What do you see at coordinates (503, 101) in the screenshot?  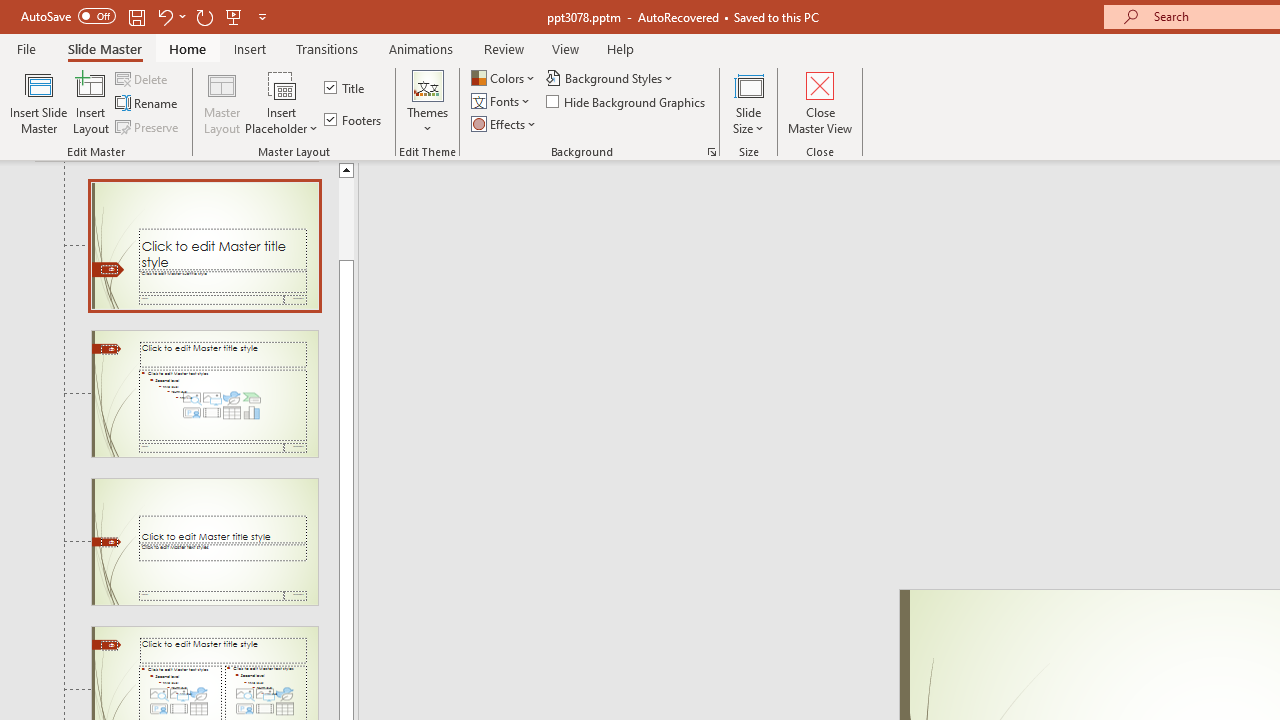 I see `'Fonts'` at bounding box center [503, 101].